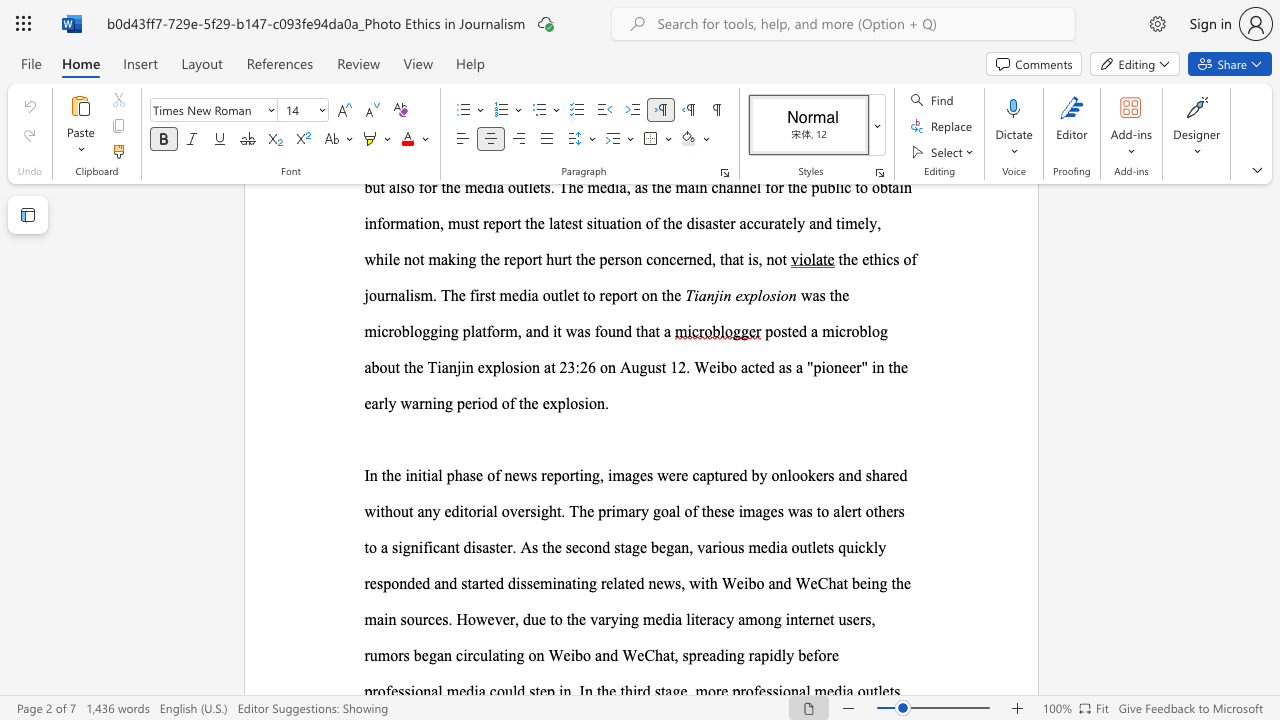  What do you see at coordinates (657, 475) in the screenshot?
I see `the subset text "were captured by onlookers and shared without any editorial overs" within the text "phase of news reporting, images were captured by onlookers and shared without any editorial oversight. The primary goal of these images was to alert others to a significant disaster. As the second stage began, various media outlets quickly responded and started"` at bounding box center [657, 475].